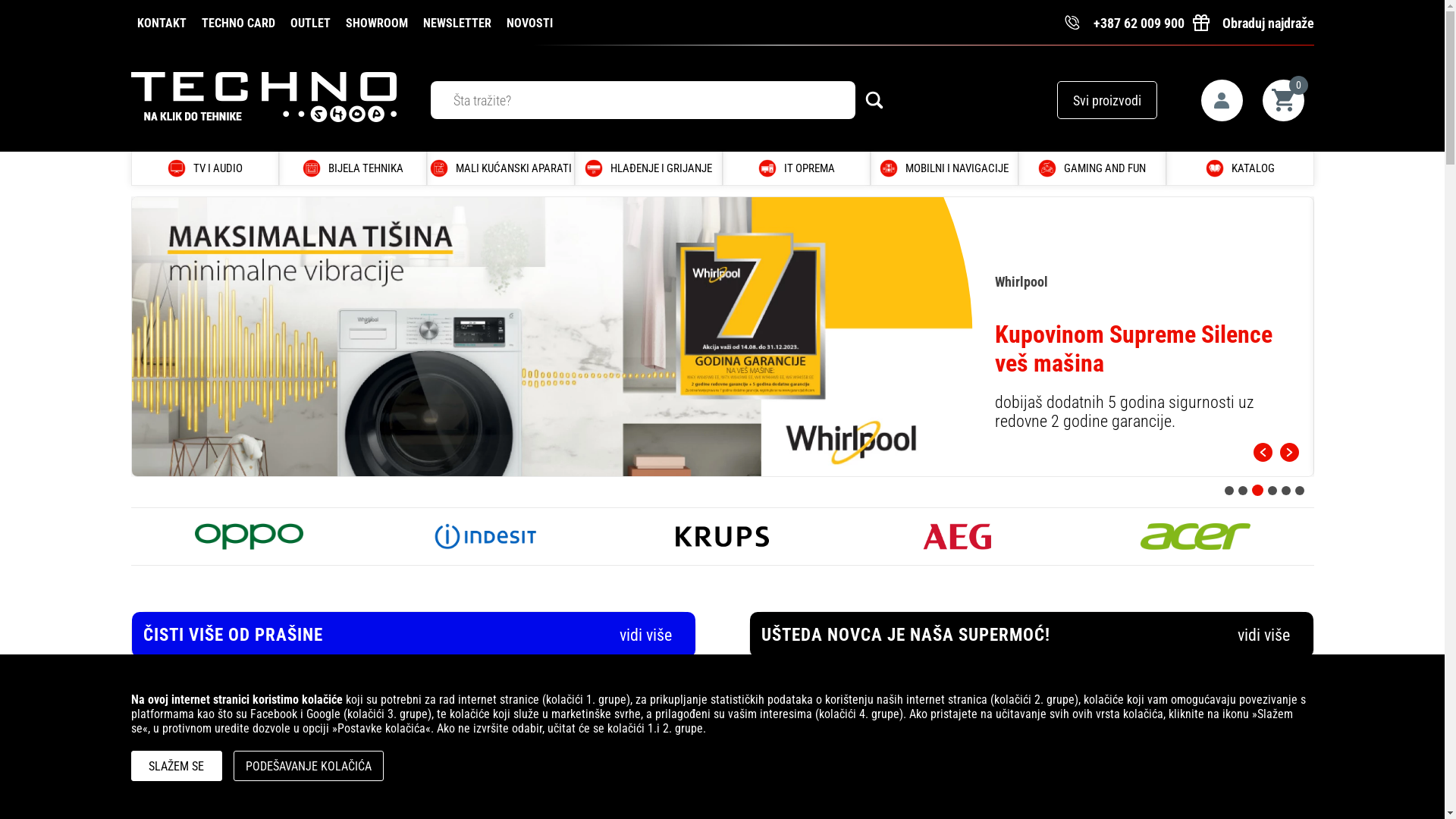 This screenshot has height=819, width=1456. Describe the element at coordinates (1285, 489) in the screenshot. I see `'5'` at that location.